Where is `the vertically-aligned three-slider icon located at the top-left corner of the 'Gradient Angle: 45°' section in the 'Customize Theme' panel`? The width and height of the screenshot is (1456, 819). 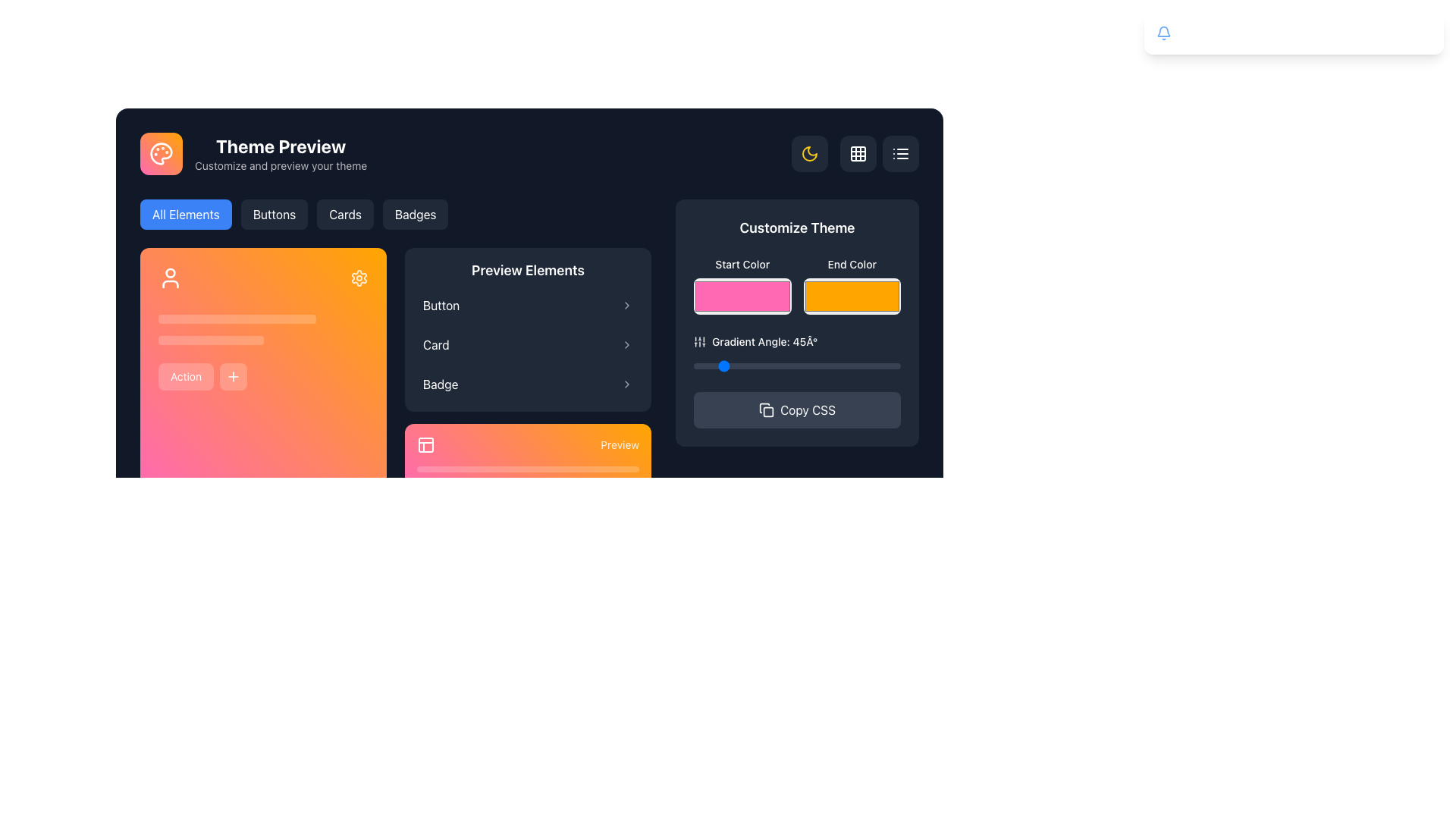
the vertically-aligned three-slider icon located at the top-left corner of the 'Gradient Angle: 45°' section in the 'Customize Theme' panel is located at coordinates (698, 342).